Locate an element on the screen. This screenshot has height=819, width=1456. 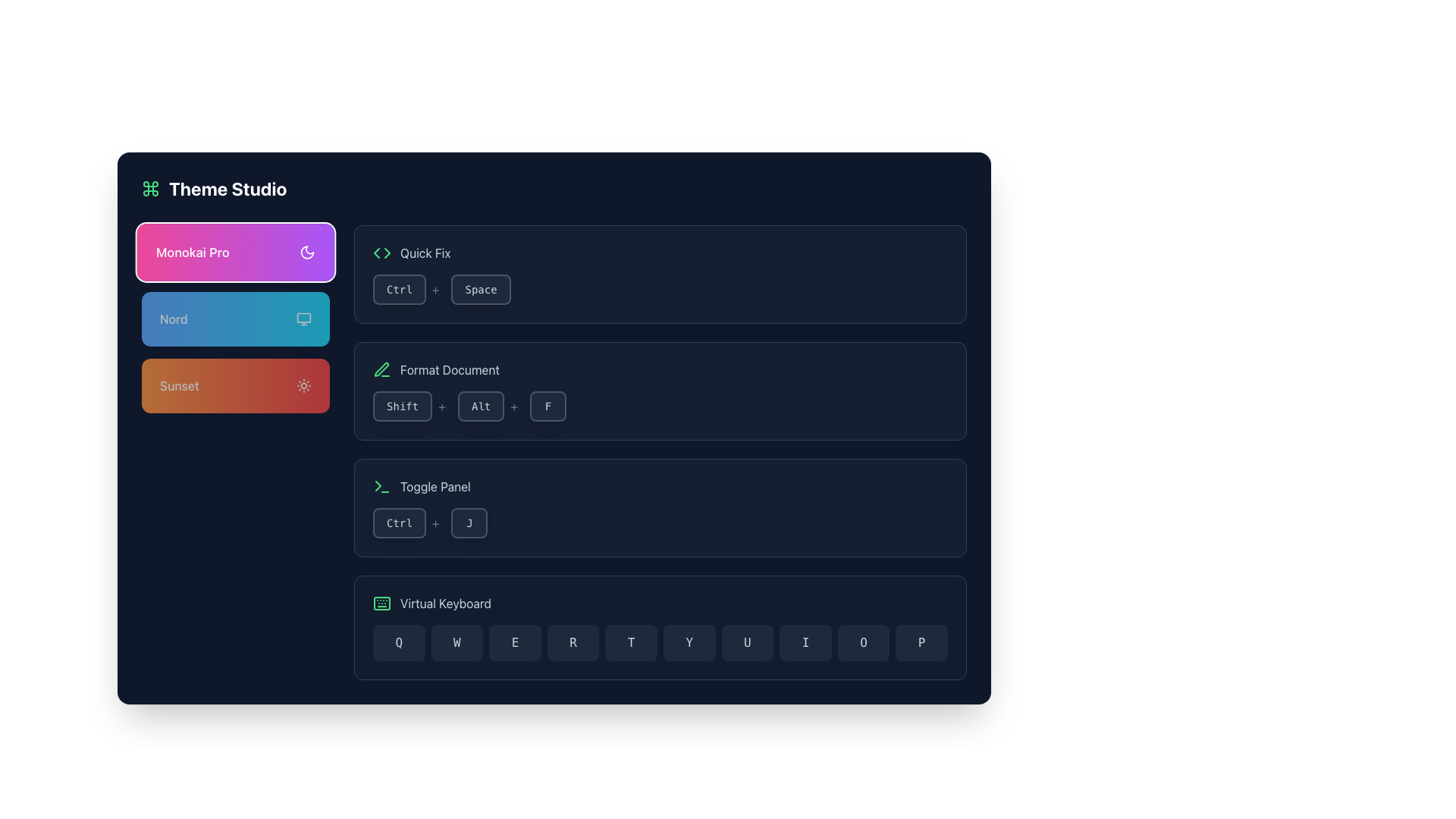
the 'Theme Studio' icon located at the top-left corner of the interface is located at coordinates (150, 188).